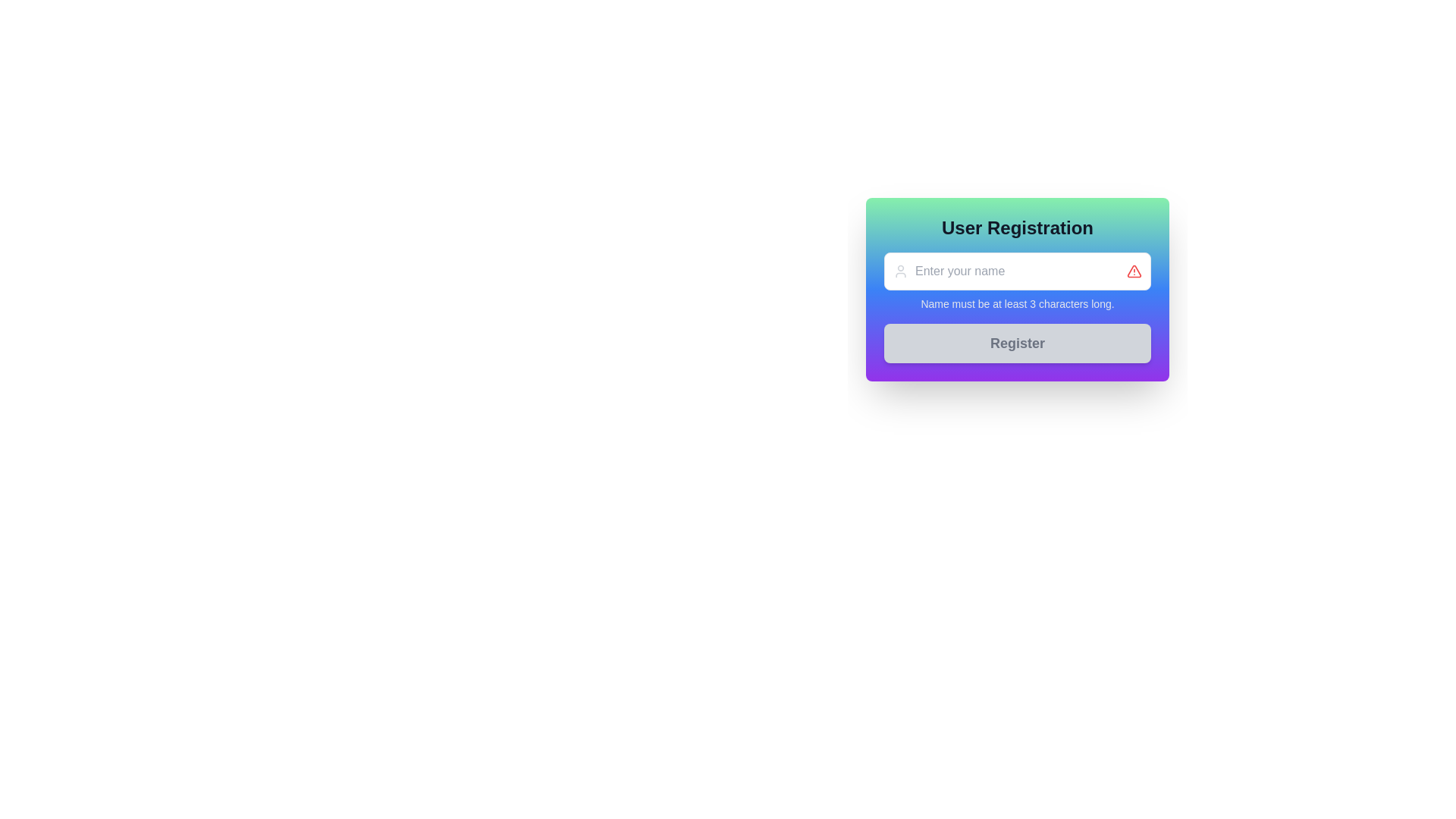 This screenshot has height=819, width=1456. I want to click on the user silhouette icon located to the left of the 'Enter your name' input field, which has a gray color and a circular head with a curved base, so click(901, 271).